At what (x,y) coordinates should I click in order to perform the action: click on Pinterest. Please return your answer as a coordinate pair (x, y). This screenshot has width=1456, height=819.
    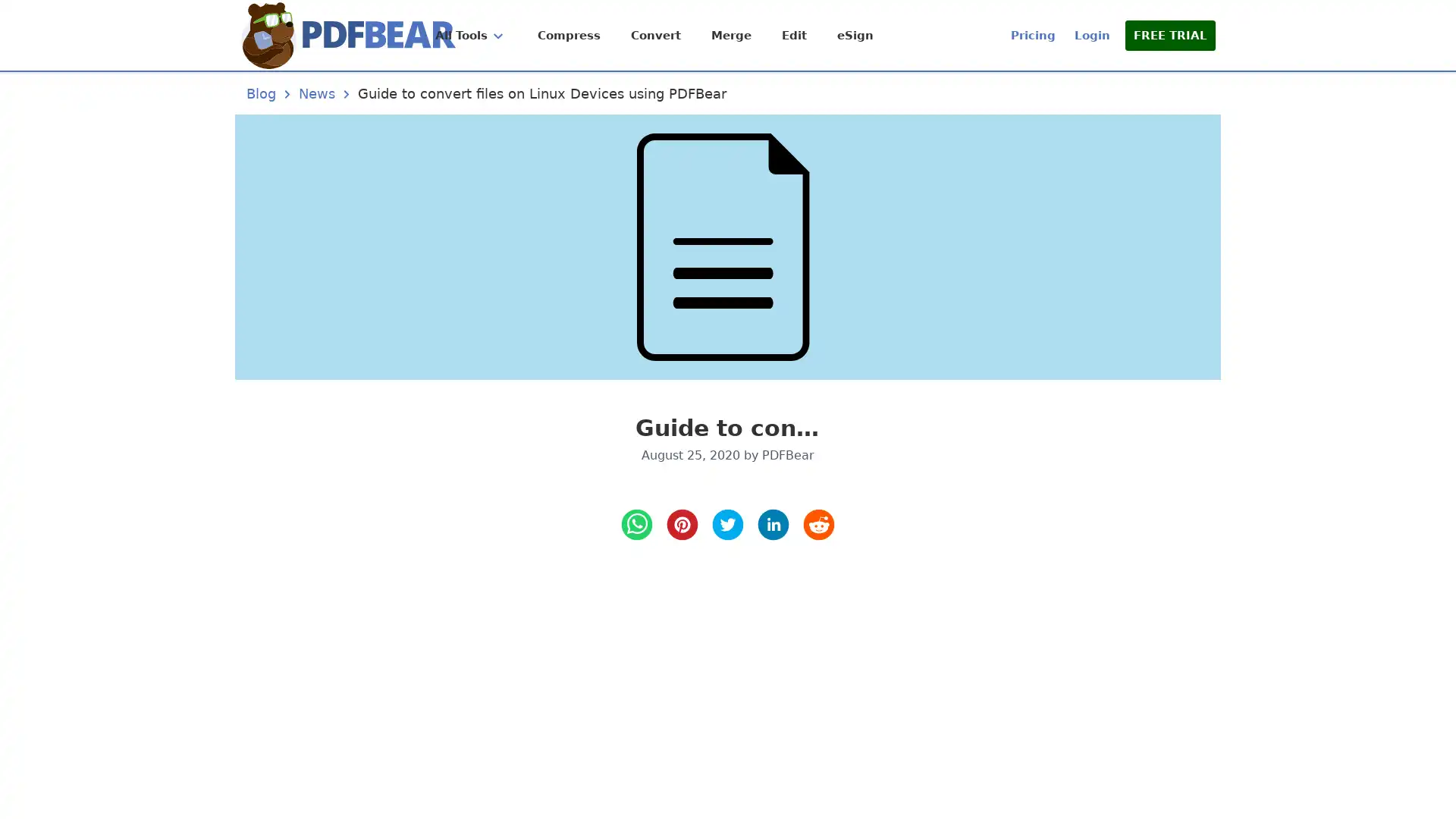
    Looking at the image, I should click on (682, 523).